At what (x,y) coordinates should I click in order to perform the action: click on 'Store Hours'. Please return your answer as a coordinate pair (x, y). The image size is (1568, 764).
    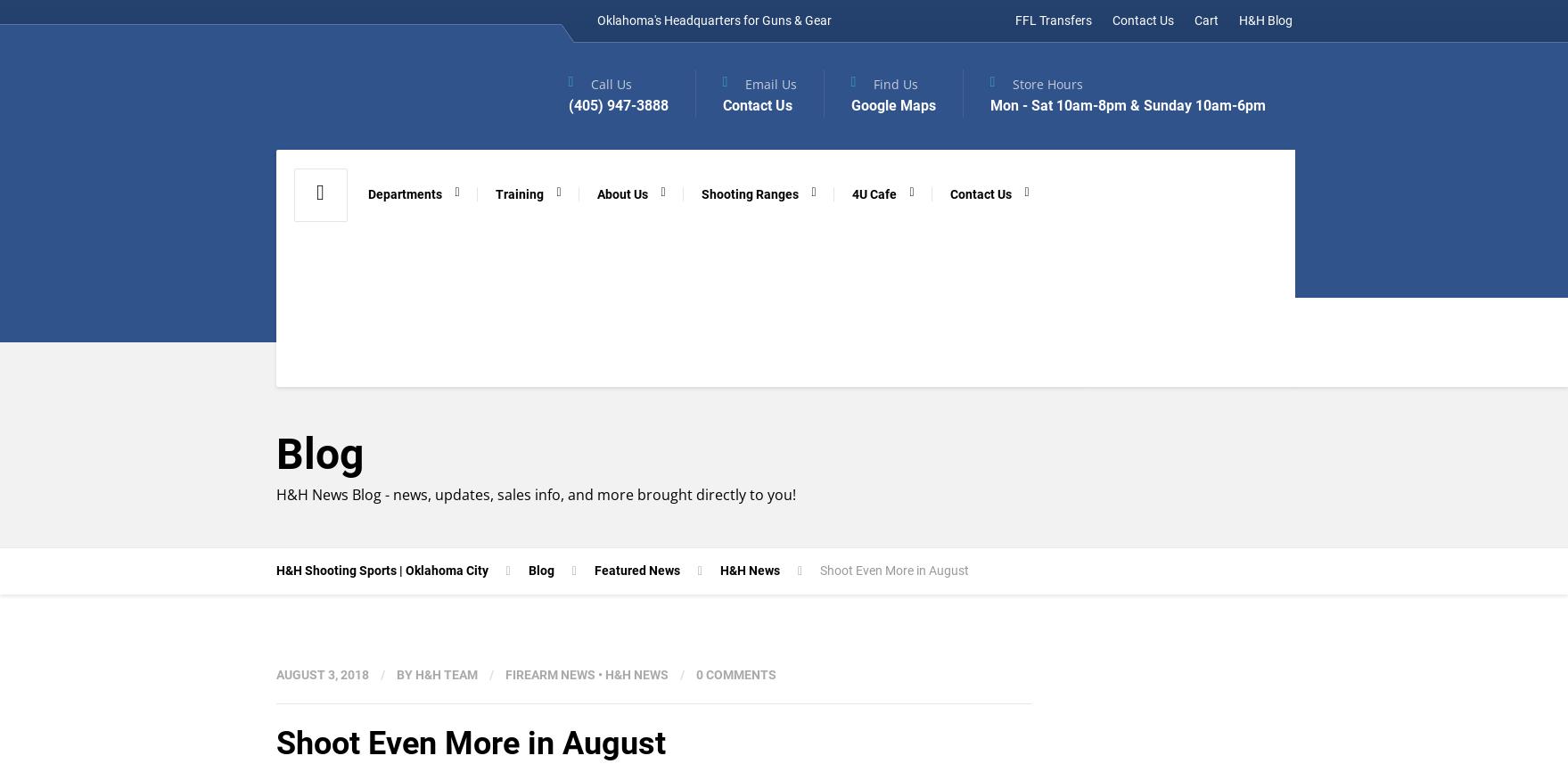
    Looking at the image, I should click on (1012, 83).